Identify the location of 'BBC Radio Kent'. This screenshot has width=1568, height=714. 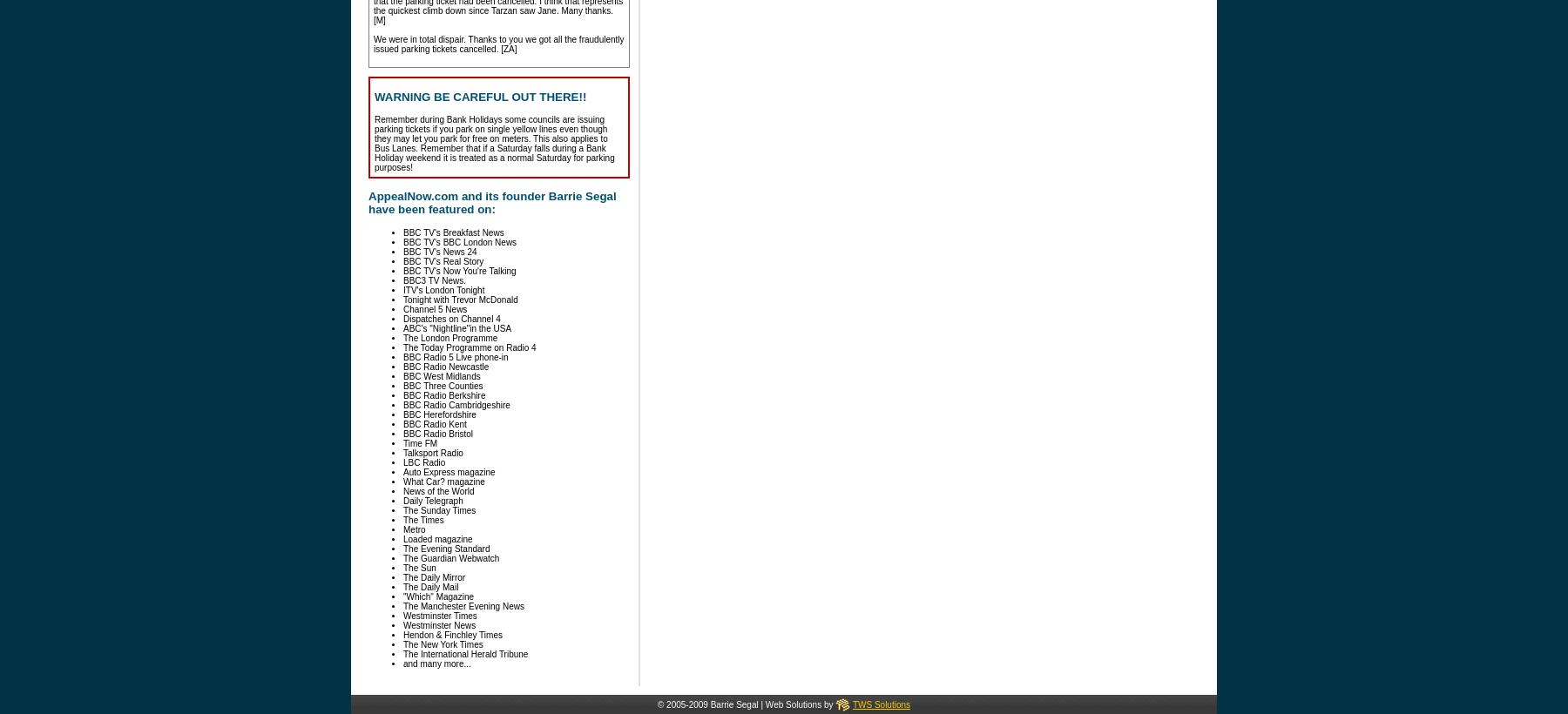
(433, 423).